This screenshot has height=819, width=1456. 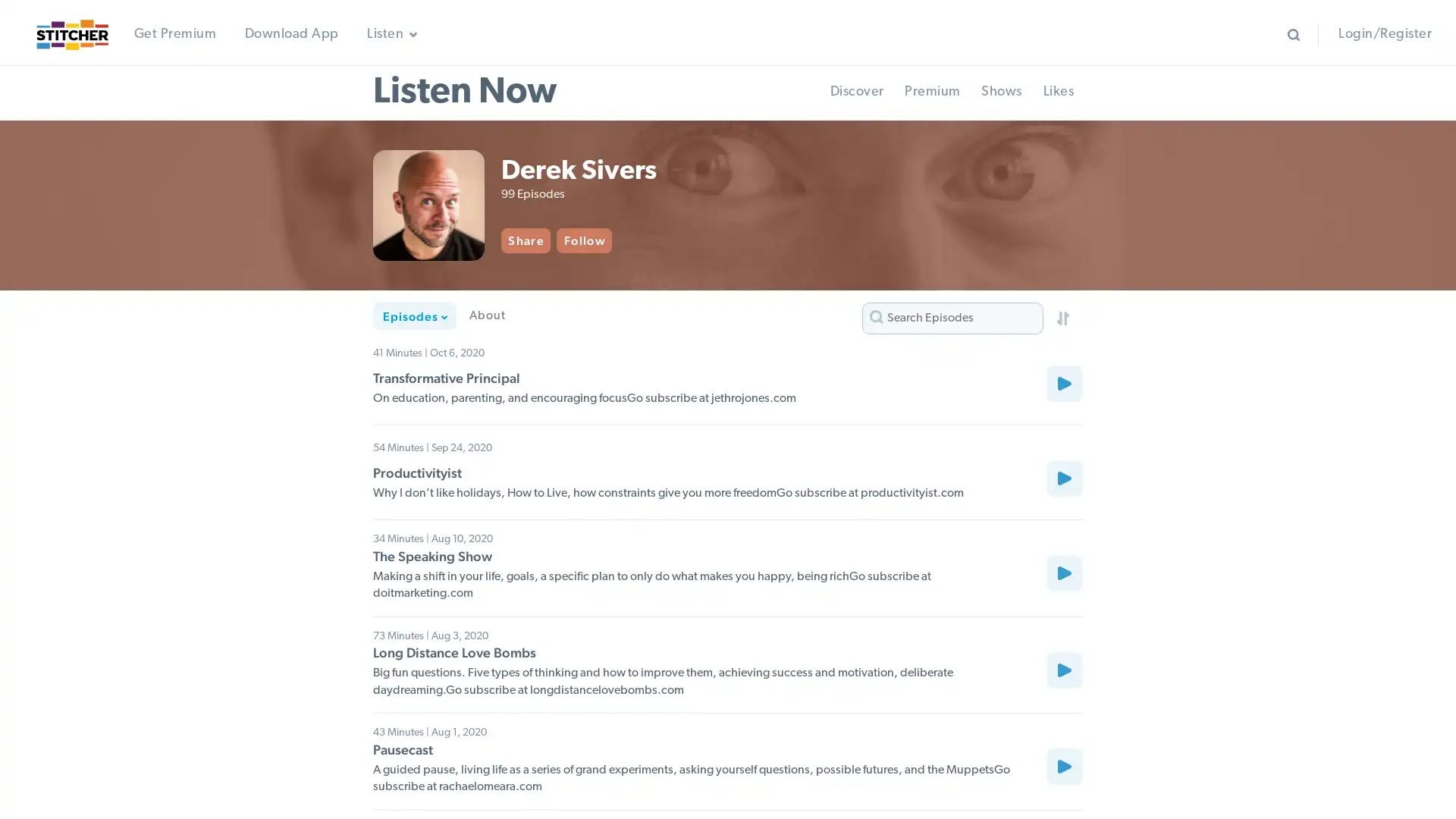 I want to click on About, so click(x=487, y=315).